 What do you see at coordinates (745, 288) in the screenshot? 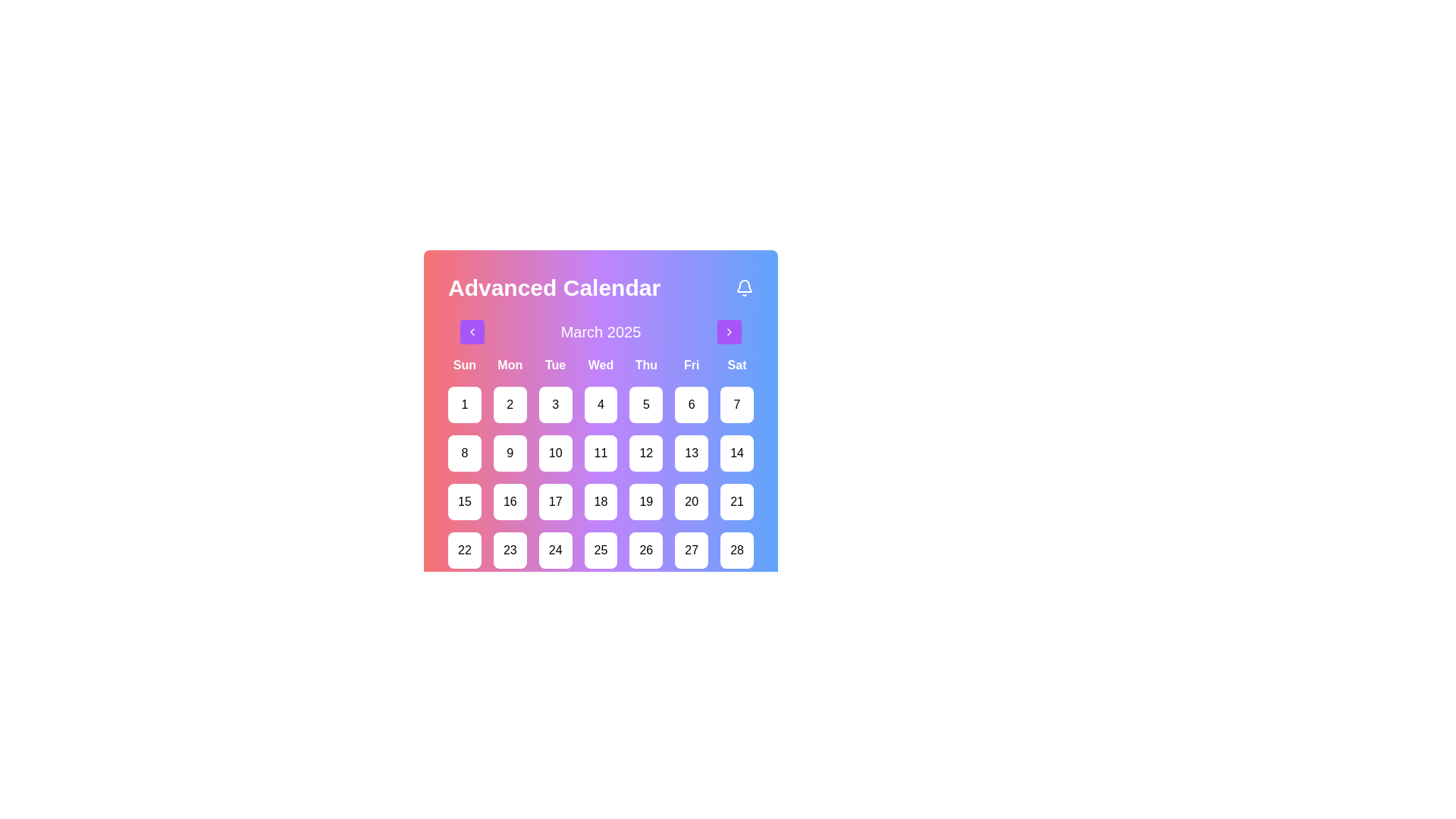
I see `the bell icon in the header section of the 'Advanced Calendar' interface` at bounding box center [745, 288].